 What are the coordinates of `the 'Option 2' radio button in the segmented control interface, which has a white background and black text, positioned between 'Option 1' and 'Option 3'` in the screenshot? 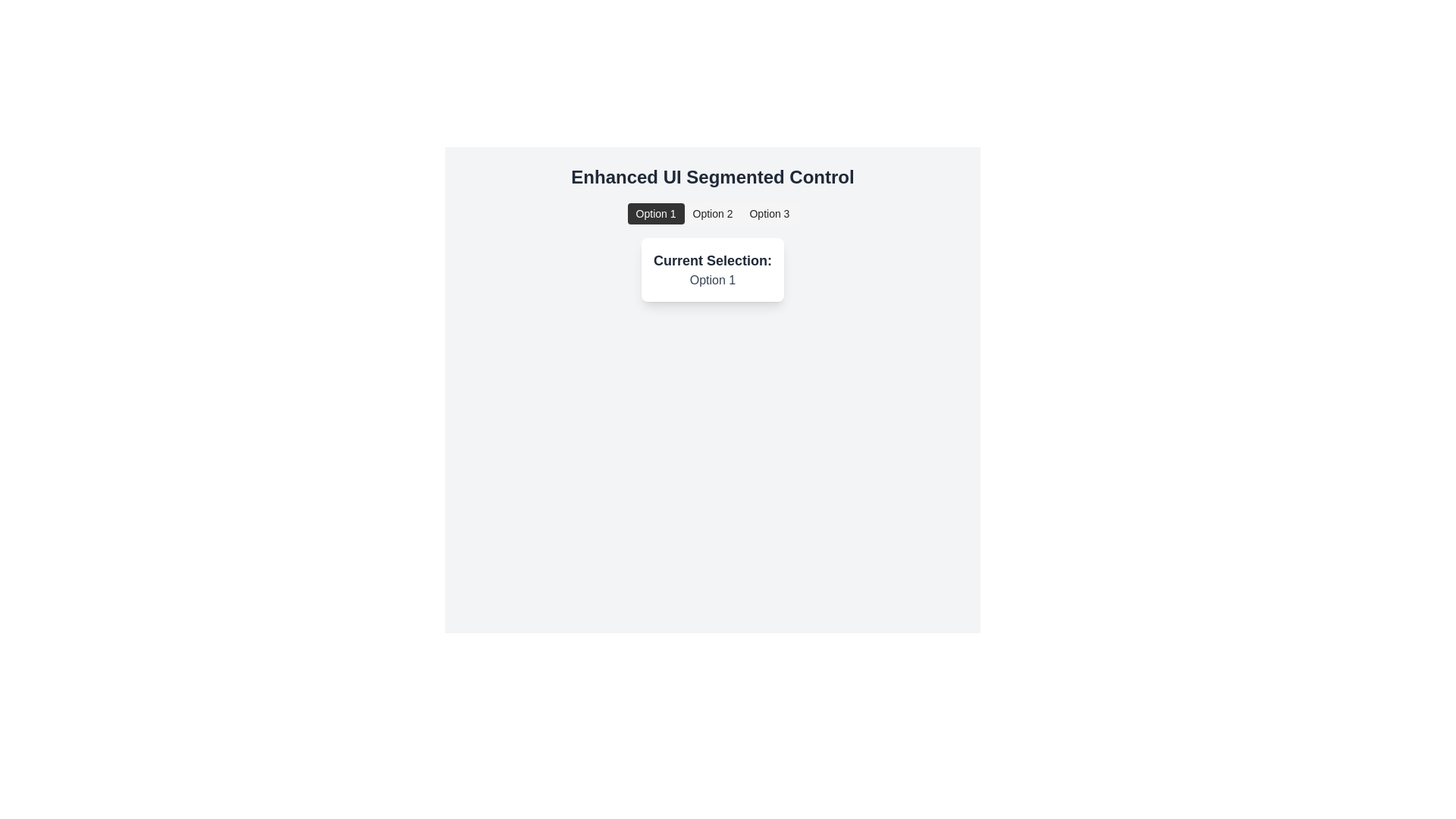 It's located at (712, 213).